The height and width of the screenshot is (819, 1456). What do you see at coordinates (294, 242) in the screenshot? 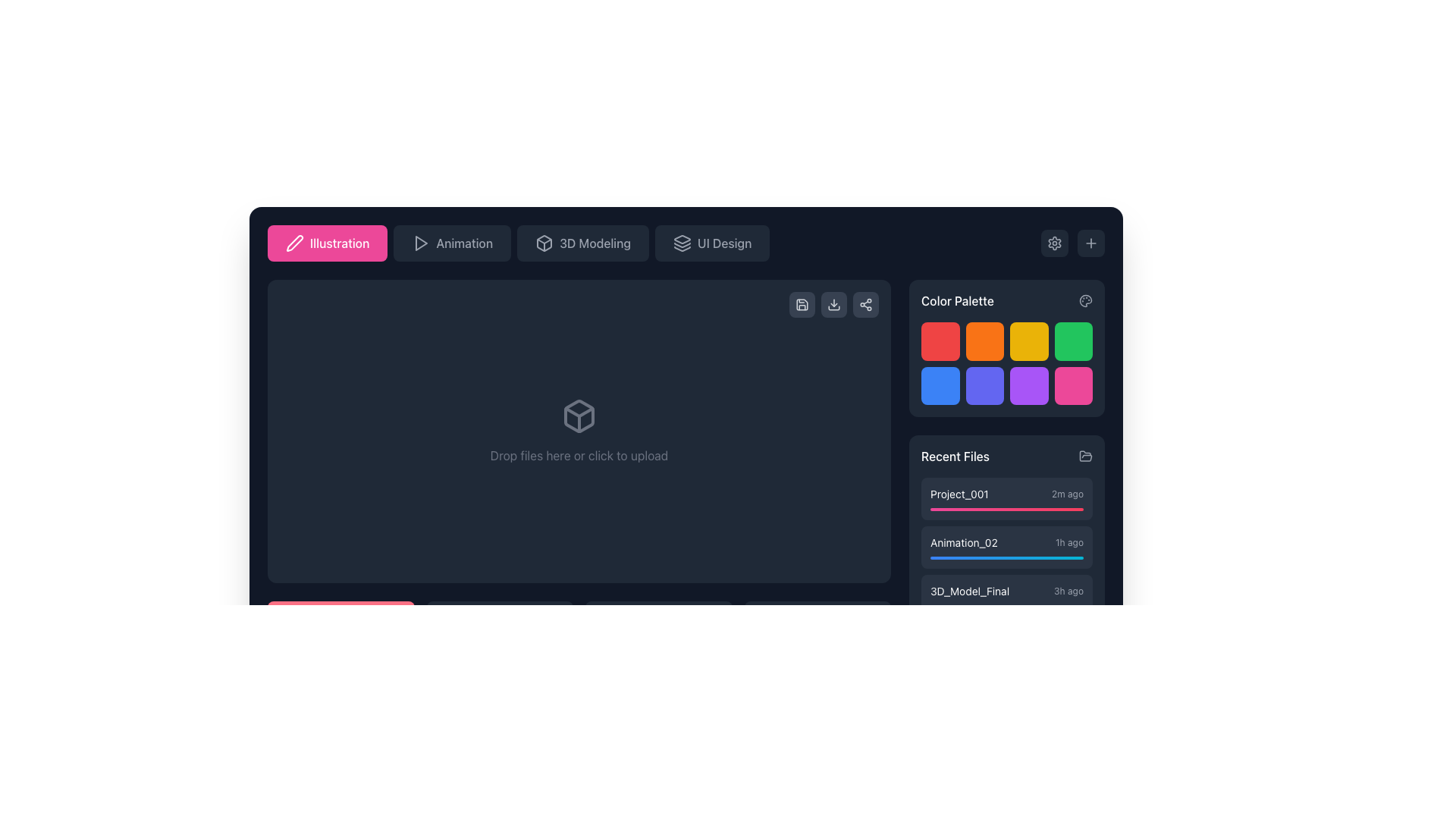
I see `the pen or pencil icon embedded in the 'Illustration' button located in the top left portion of the interface, which precedes the text label 'Illustration'` at bounding box center [294, 242].